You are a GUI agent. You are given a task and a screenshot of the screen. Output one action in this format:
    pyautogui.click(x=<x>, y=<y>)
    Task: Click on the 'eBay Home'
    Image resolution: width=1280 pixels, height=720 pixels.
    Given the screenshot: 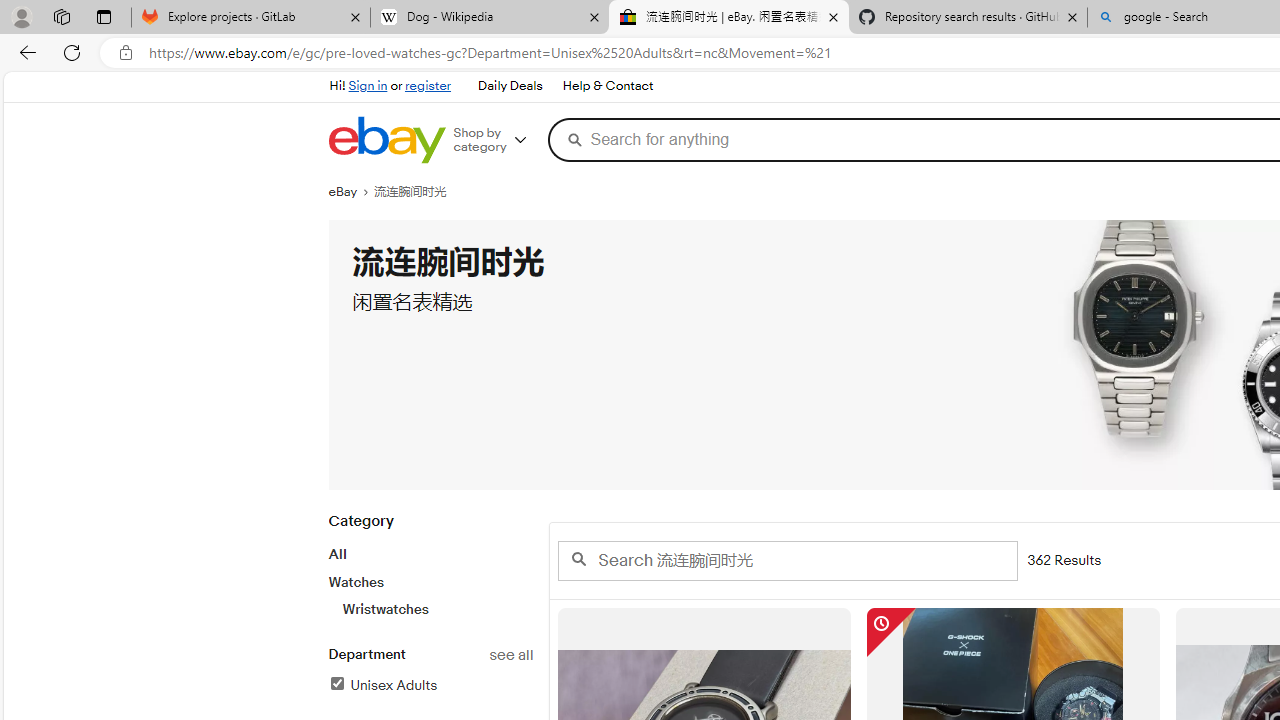 What is the action you would take?
    pyautogui.click(x=386, y=139)
    